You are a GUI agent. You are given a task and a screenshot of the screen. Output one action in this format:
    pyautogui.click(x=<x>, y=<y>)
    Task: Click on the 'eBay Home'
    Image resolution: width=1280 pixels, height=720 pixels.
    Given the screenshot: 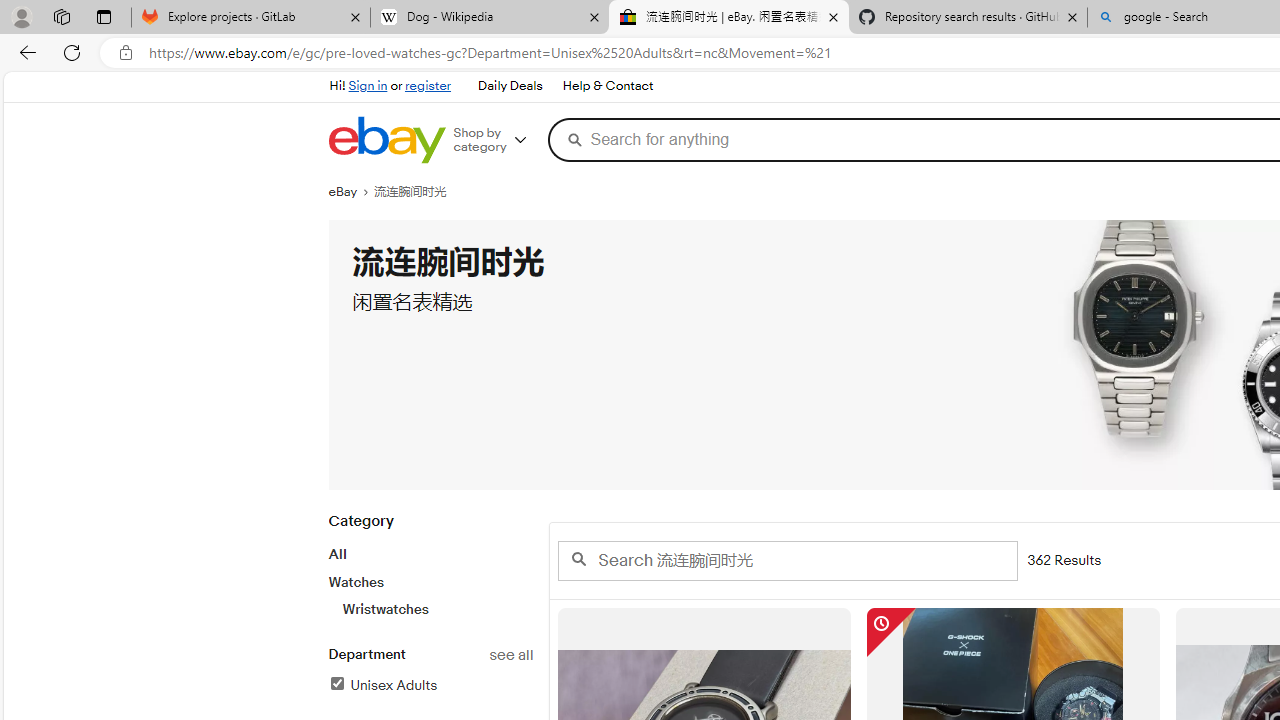 What is the action you would take?
    pyautogui.click(x=386, y=139)
    